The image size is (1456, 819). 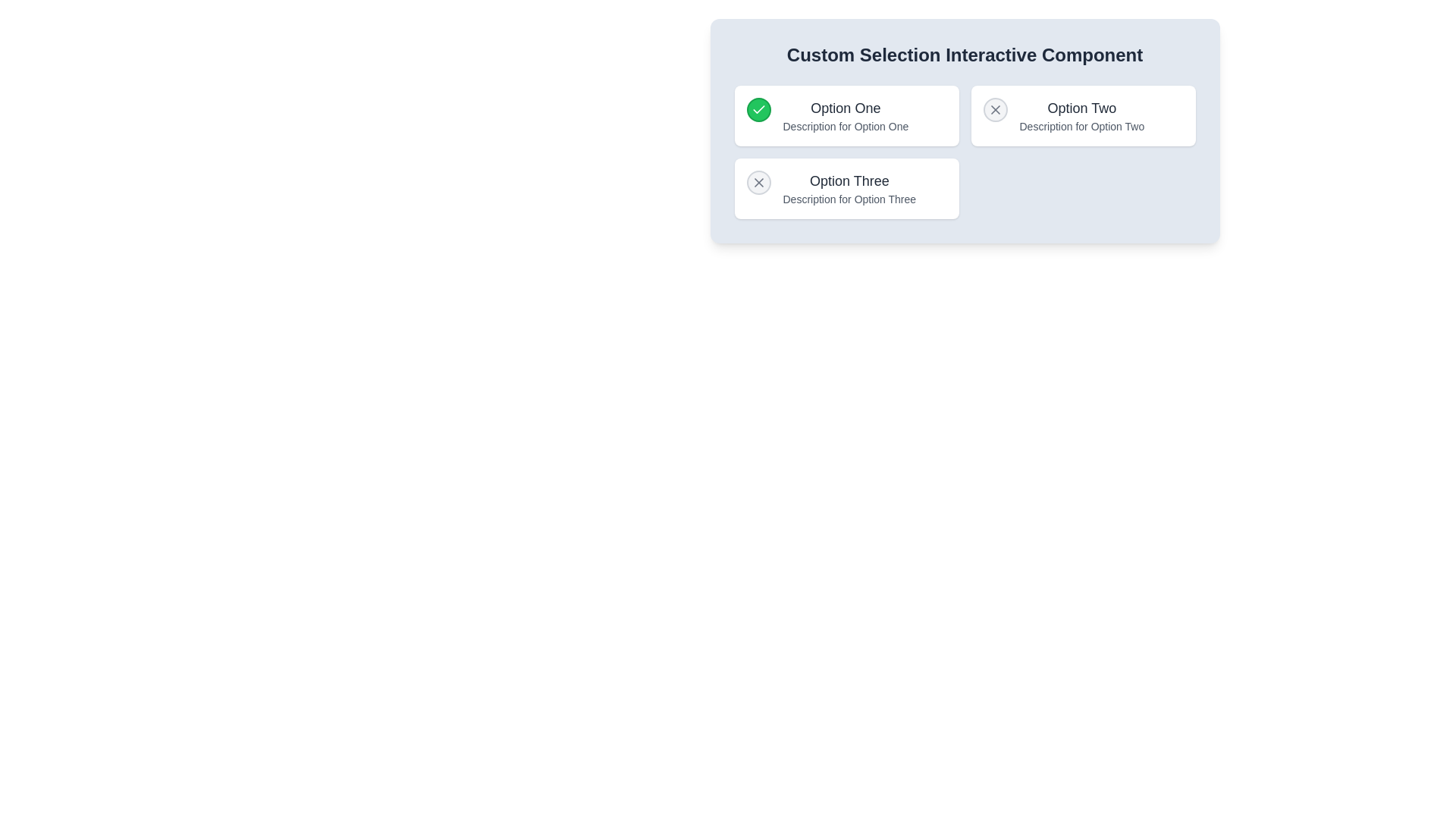 I want to click on the interactive selection option cell with a green checkmark icon located in the top left section of the grid, so click(x=846, y=115).